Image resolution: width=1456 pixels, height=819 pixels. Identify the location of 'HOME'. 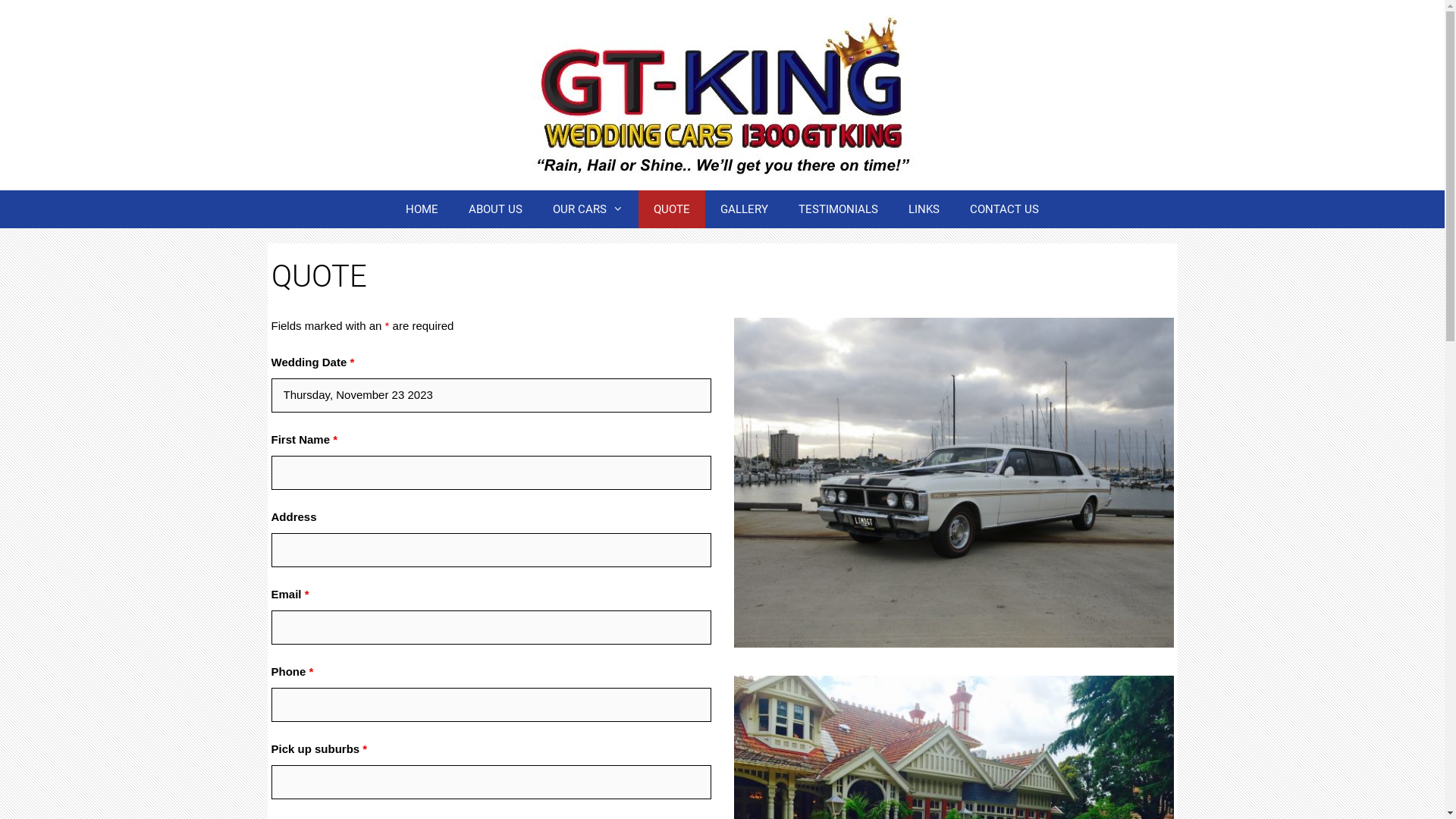
(390, 209).